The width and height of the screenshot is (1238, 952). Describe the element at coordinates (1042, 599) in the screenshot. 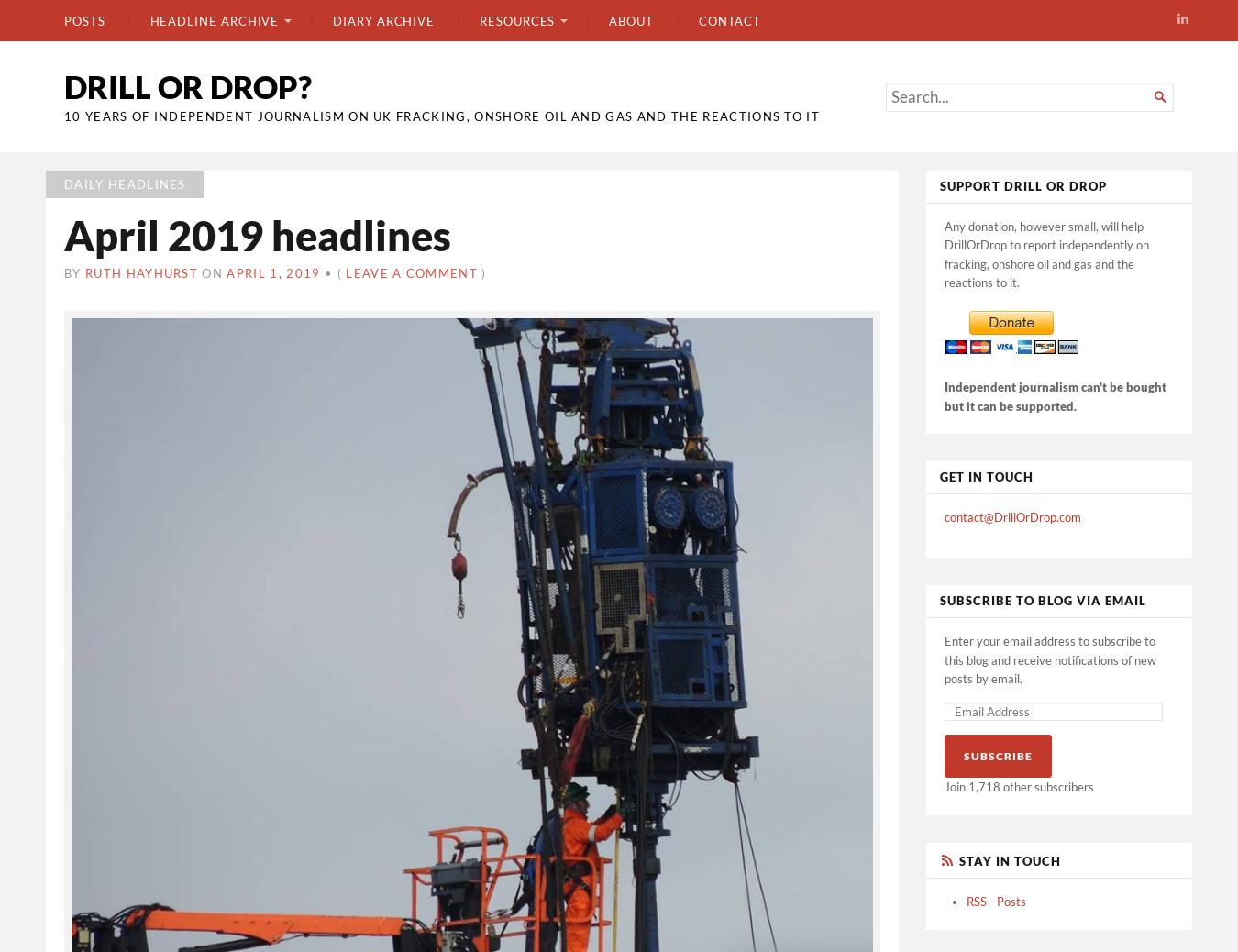

I see `'Subscribe to Blog via Email'` at that location.